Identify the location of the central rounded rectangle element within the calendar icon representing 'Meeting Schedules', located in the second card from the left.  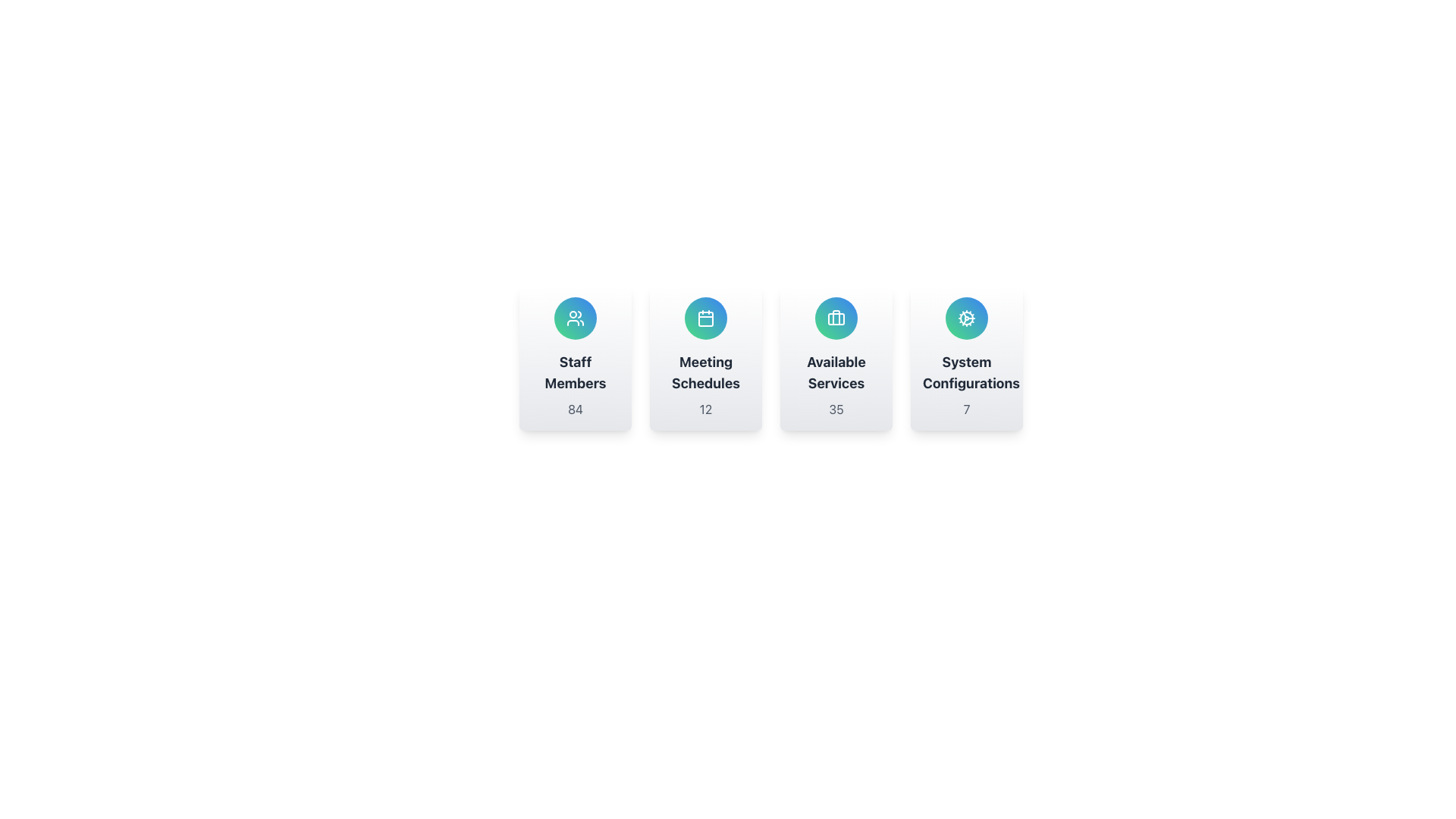
(705, 318).